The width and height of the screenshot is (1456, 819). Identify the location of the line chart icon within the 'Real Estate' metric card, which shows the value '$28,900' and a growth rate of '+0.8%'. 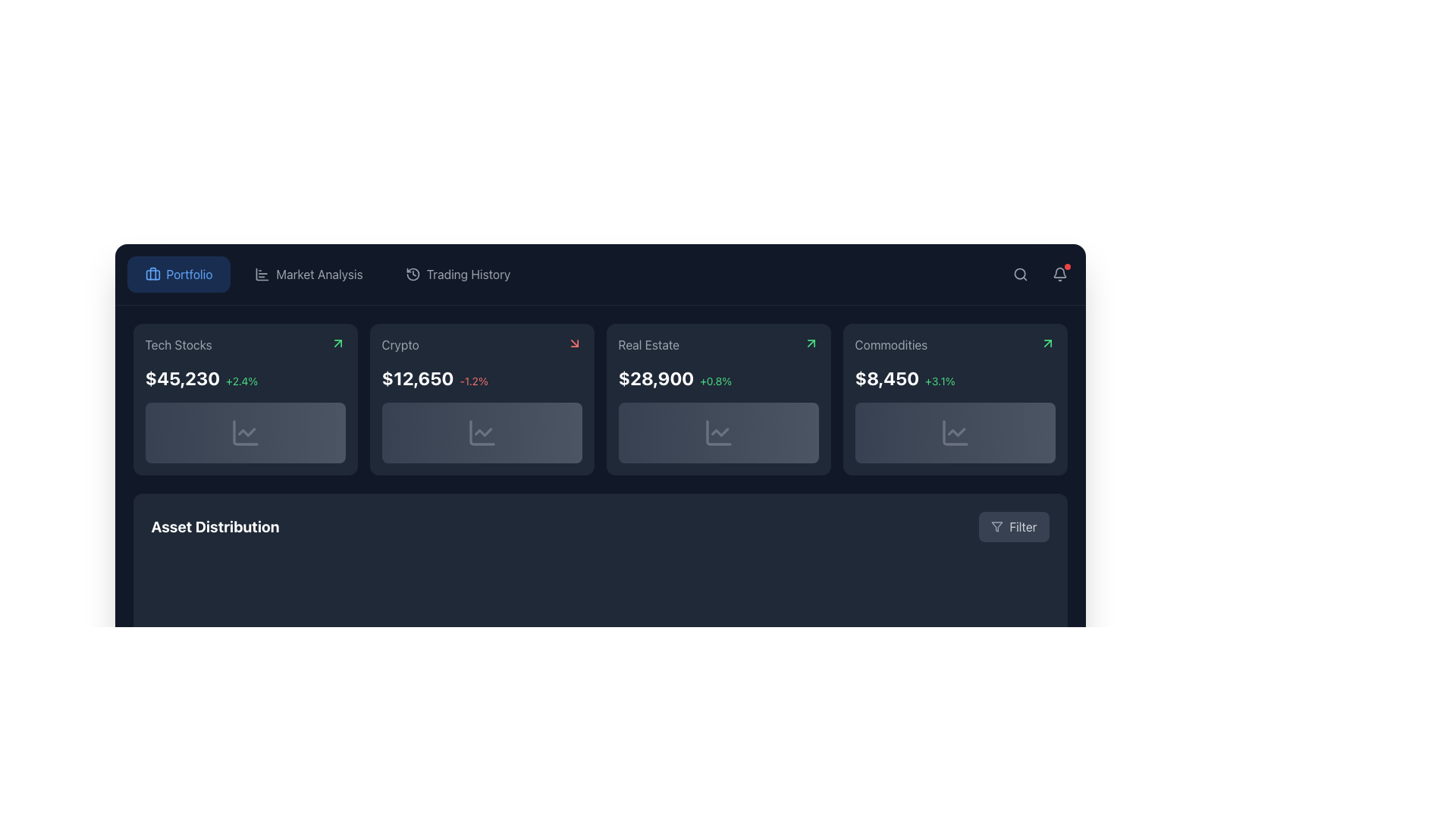
(717, 432).